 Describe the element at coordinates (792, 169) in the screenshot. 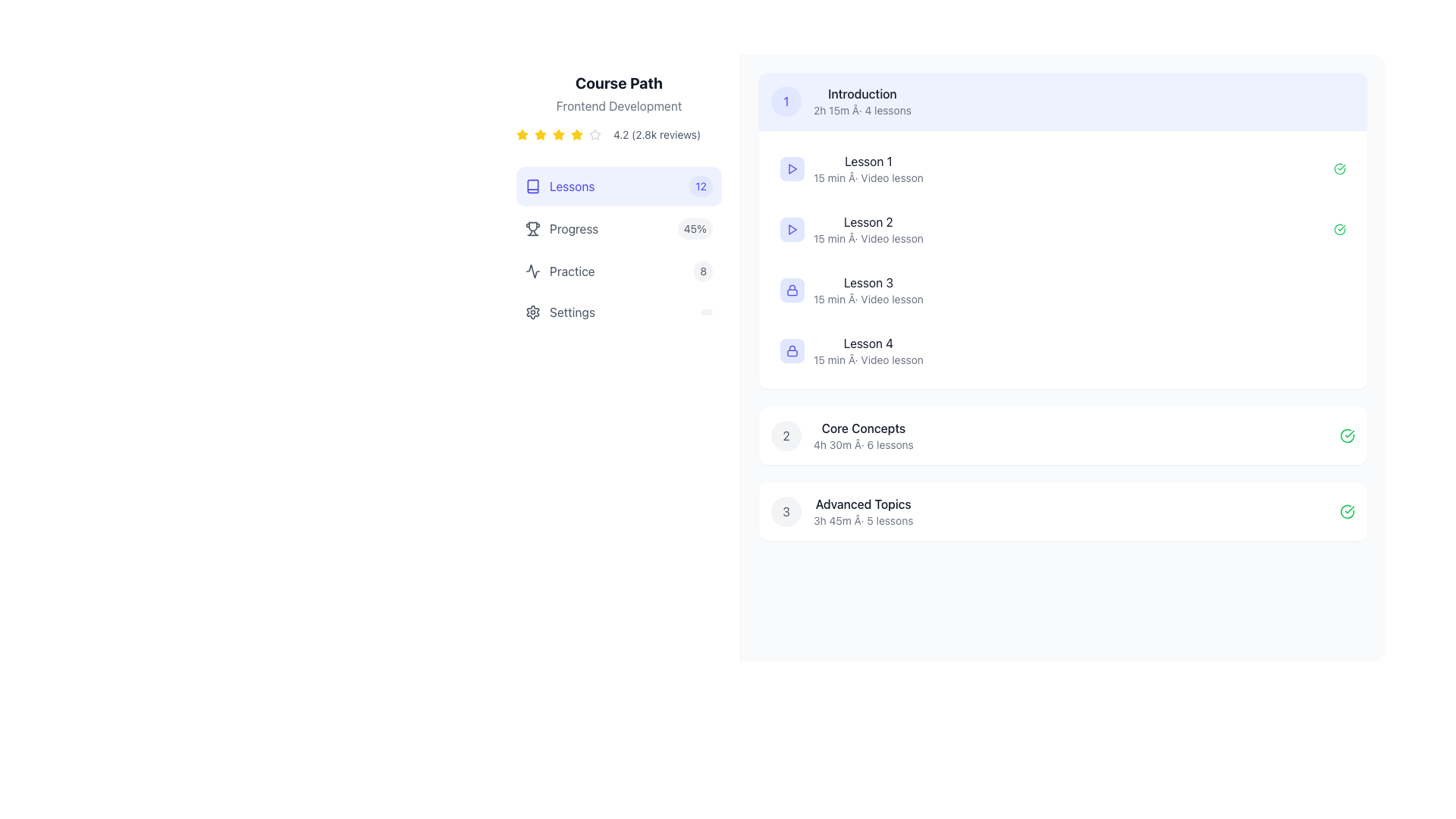

I see `the play icon located to the left of the text 'Lesson 1' in the 'Introduction' section` at that location.